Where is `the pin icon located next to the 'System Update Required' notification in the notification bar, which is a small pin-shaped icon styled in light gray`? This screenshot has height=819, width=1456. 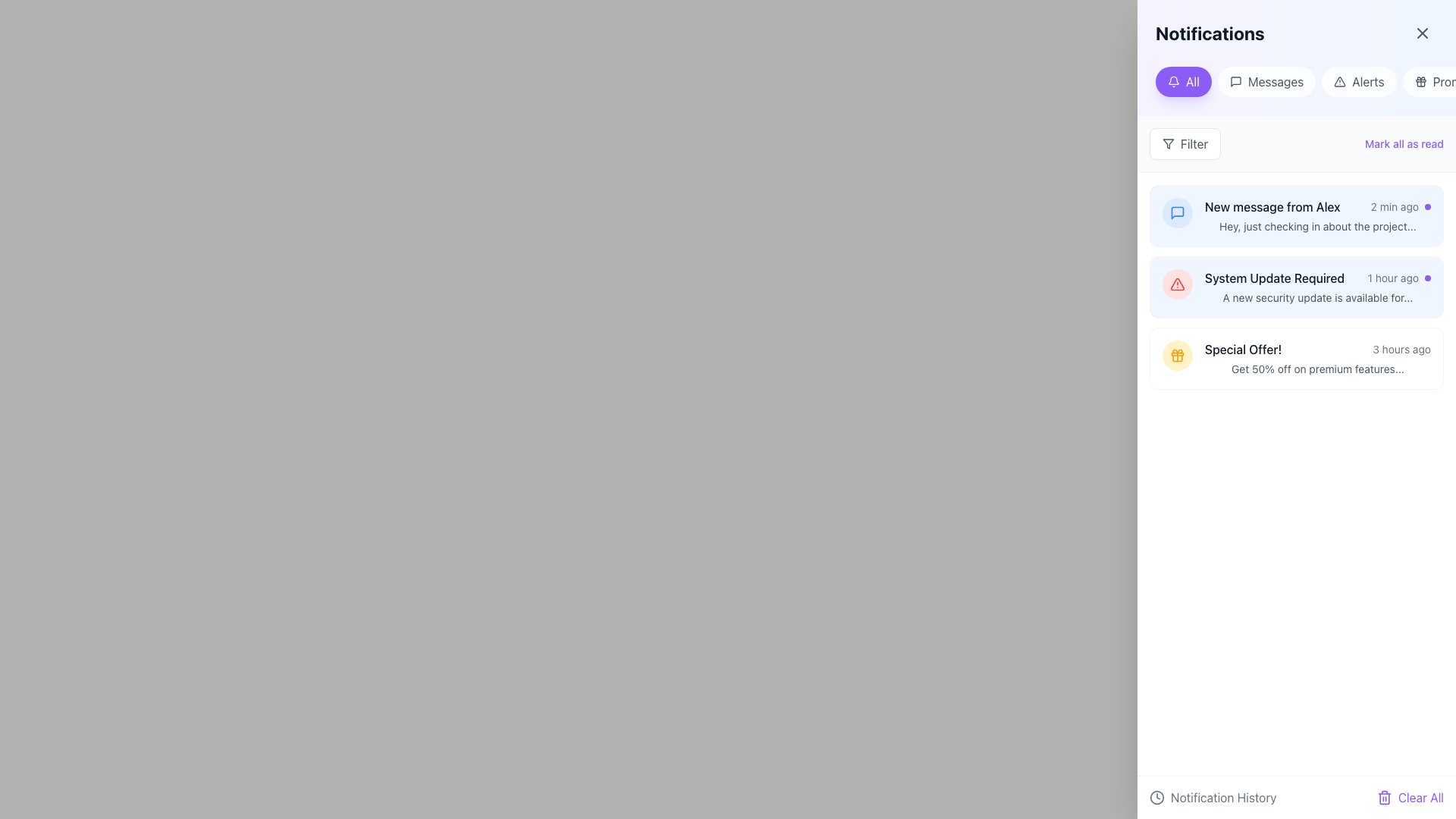 the pin icon located next to the 'System Update Required' notification in the notification bar, which is a small pin-shaped icon styled in light gray is located at coordinates (1388, 287).